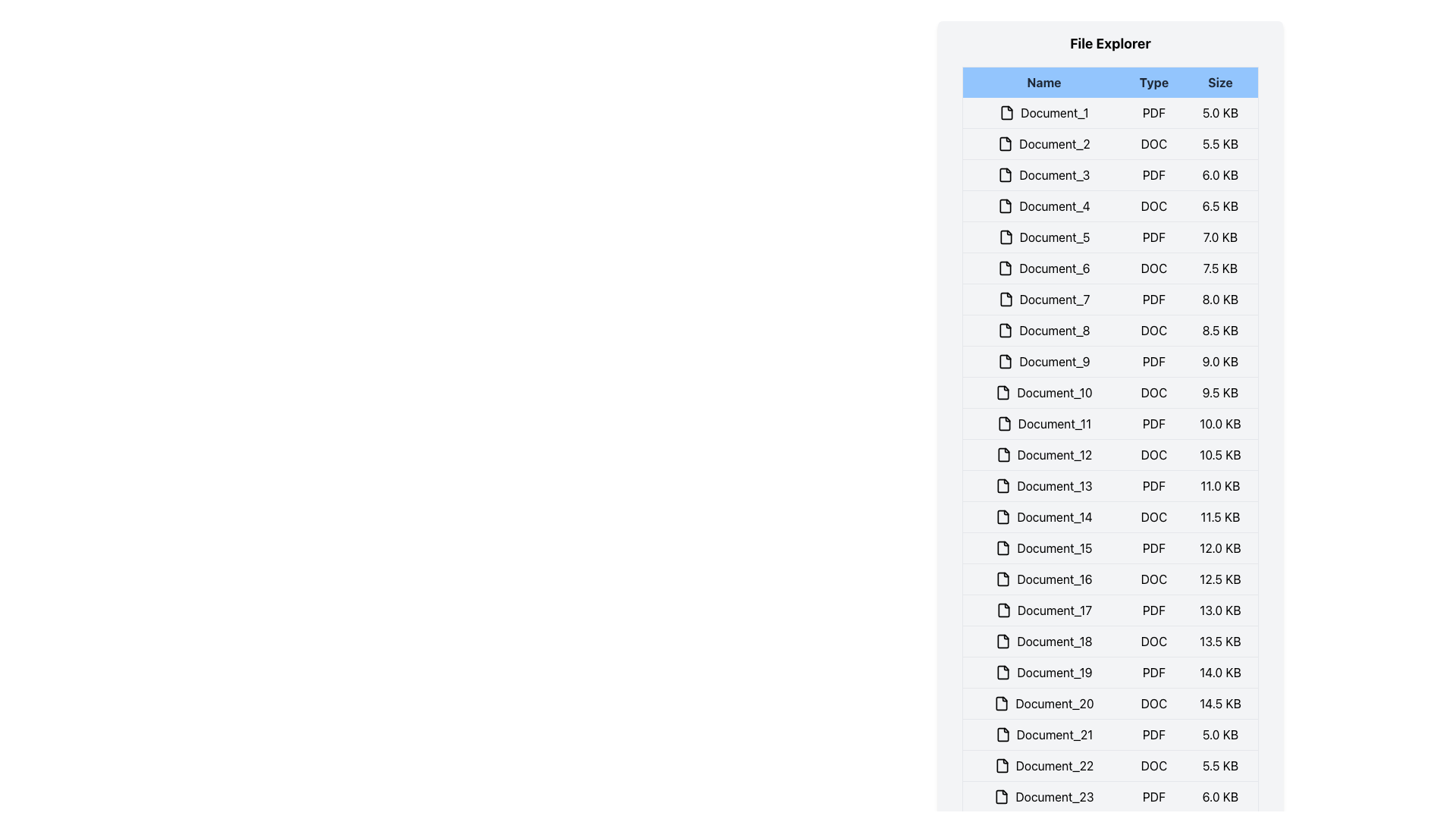  What do you see at coordinates (1220, 174) in the screenshot?
I see `the text label displaying '6.0 KB' in the 'Size' column of the third row corresponding to 'Document_3'` at bounding box center [1220, 174].